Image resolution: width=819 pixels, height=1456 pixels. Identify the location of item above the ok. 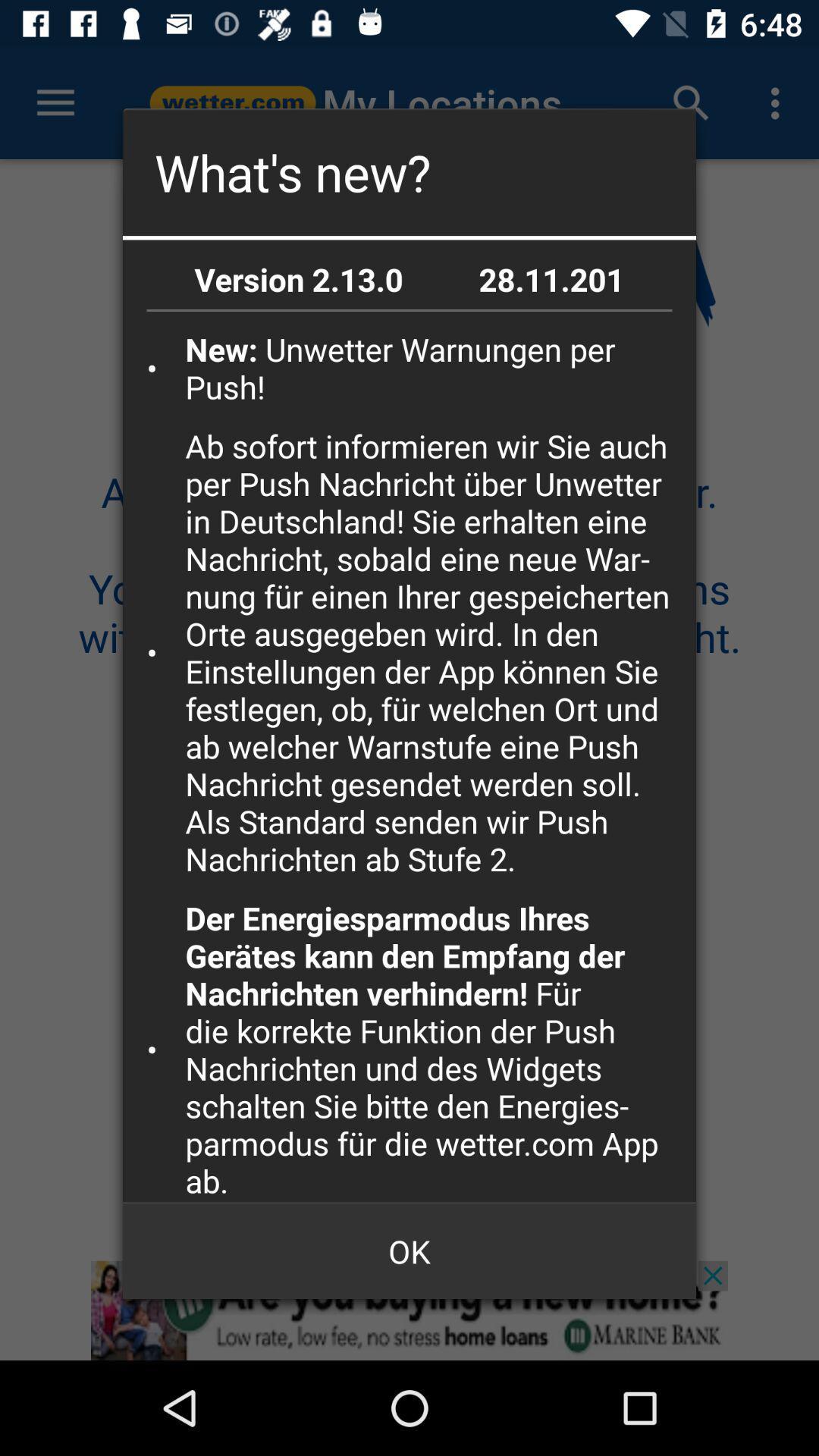
(435, 1048).